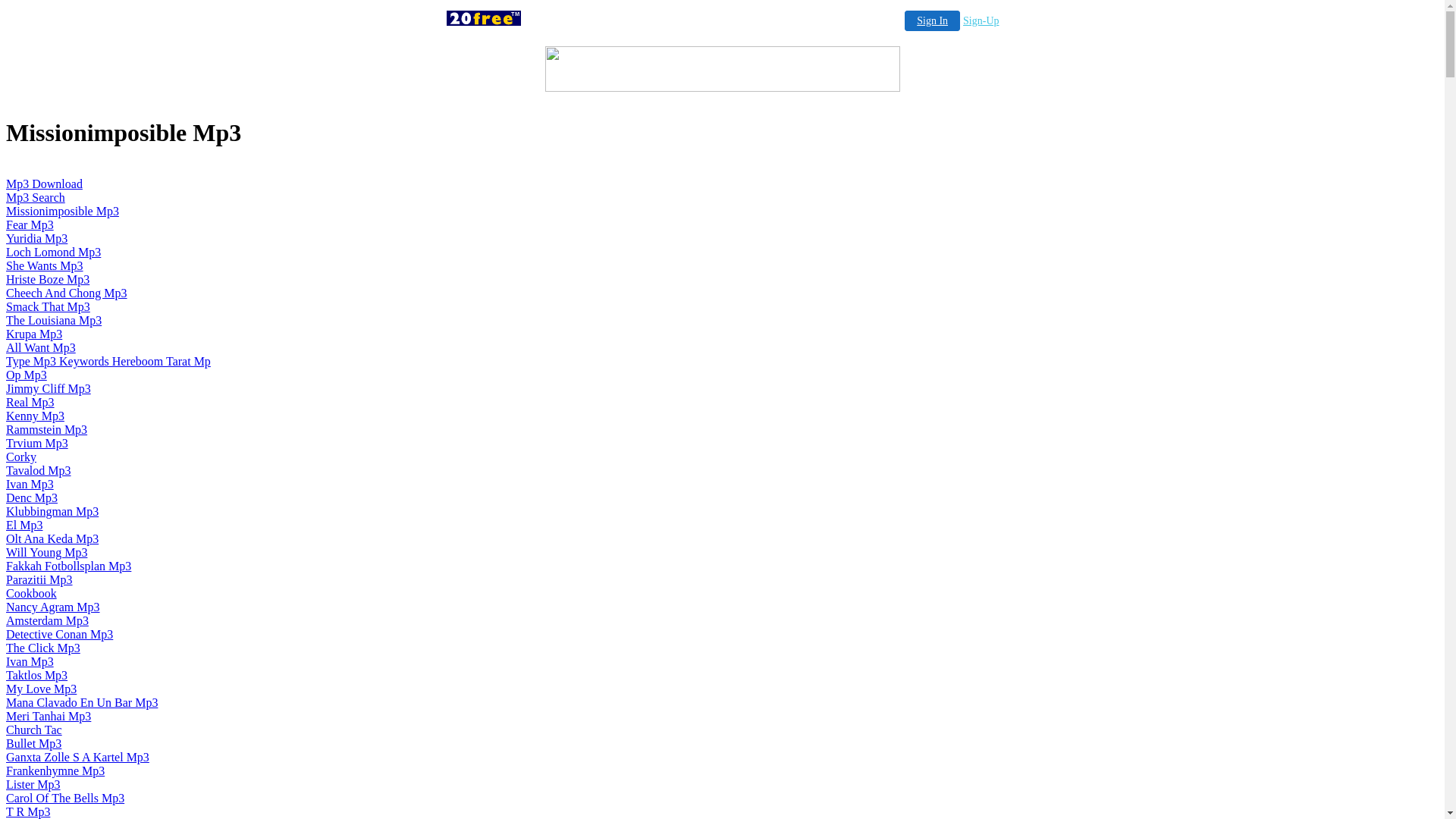 The width and height of the screenshot is (1456, 819). I want to click on 'Denc Mp3', so click(6, 497).